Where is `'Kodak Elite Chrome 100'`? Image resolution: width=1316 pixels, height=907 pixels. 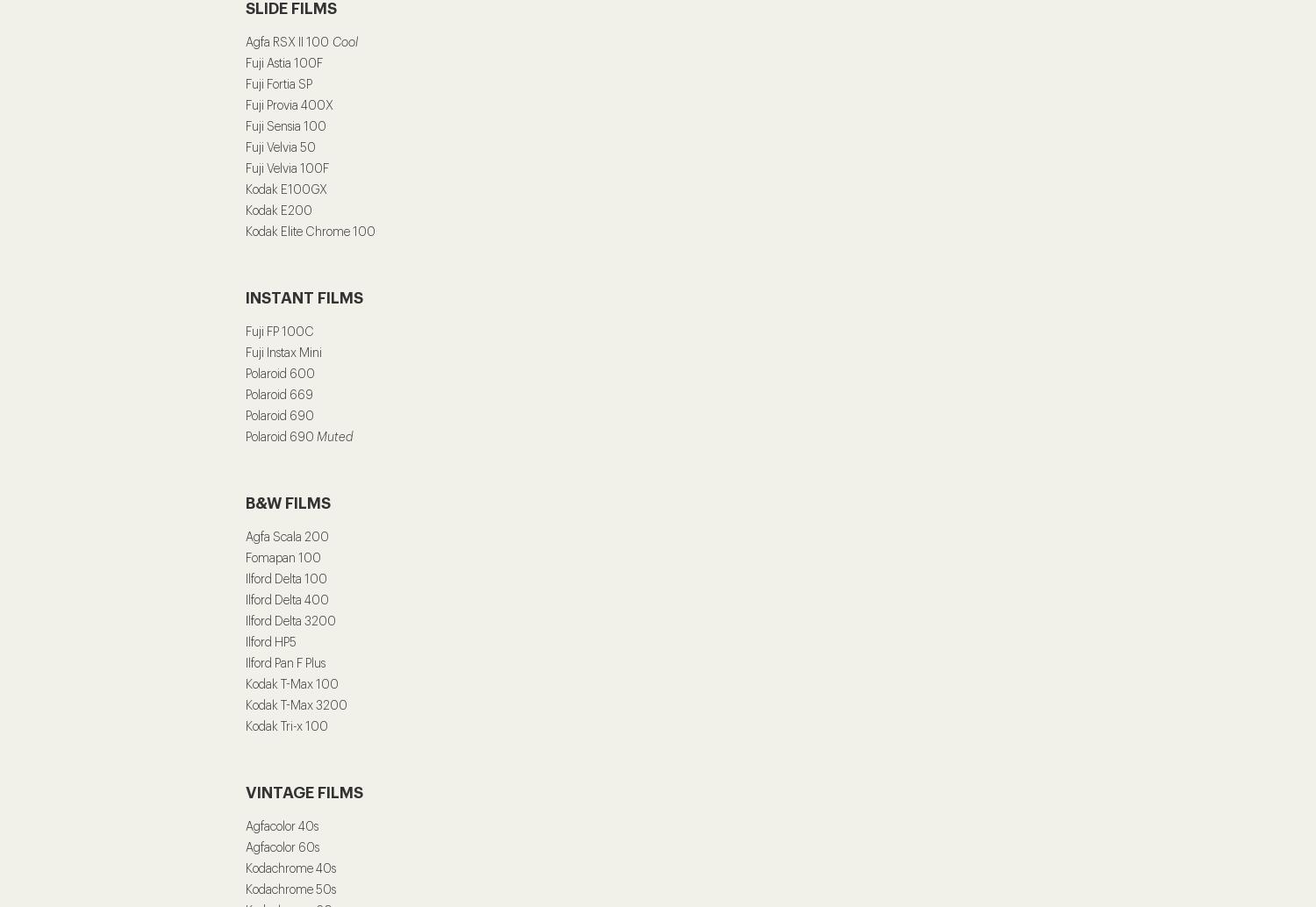 'Kodak Elite Chrome 100' is located at coordinates (311, 232).